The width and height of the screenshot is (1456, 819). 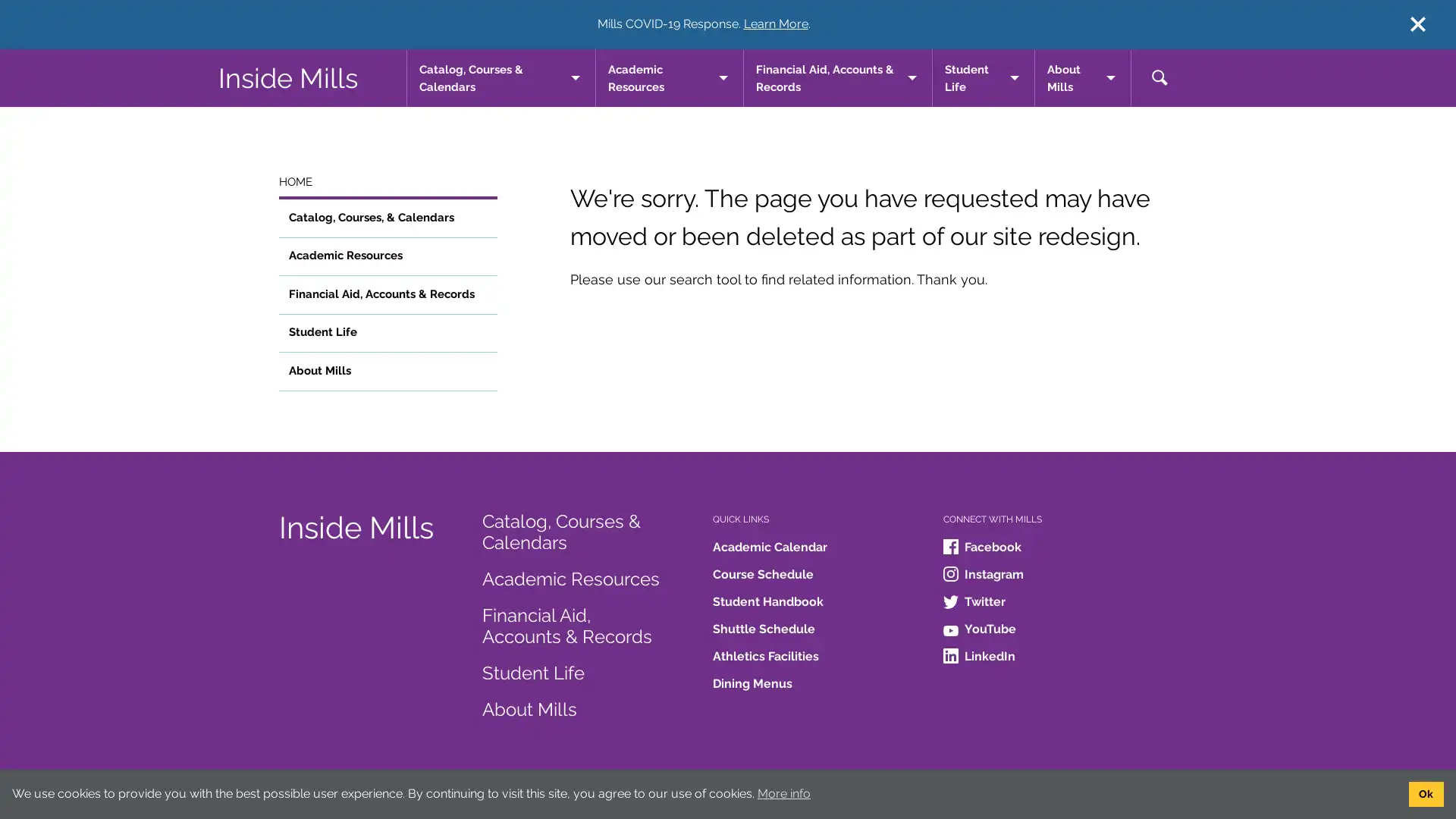 What do you see at coordinates (1425, 792) in the screenshot?
I see `dismiss cookie message` at bounding box center [1425, 792].